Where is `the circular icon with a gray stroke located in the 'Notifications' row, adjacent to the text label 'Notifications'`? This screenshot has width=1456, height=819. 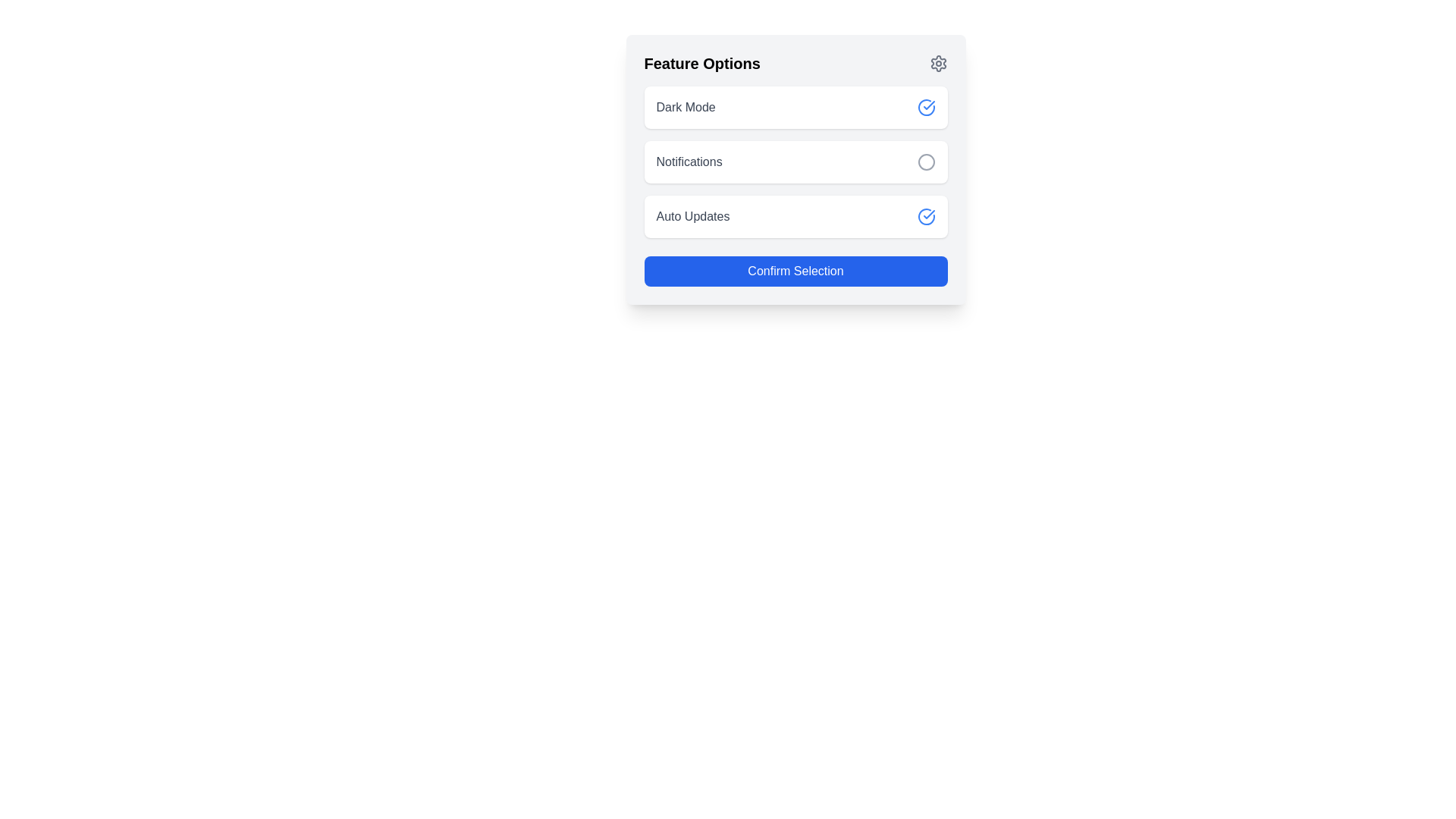
the circular icon with a gray stroke located in the 'Notifications' row, adjacent to the text label 'Notifications' is located at coordinates (925, 162).